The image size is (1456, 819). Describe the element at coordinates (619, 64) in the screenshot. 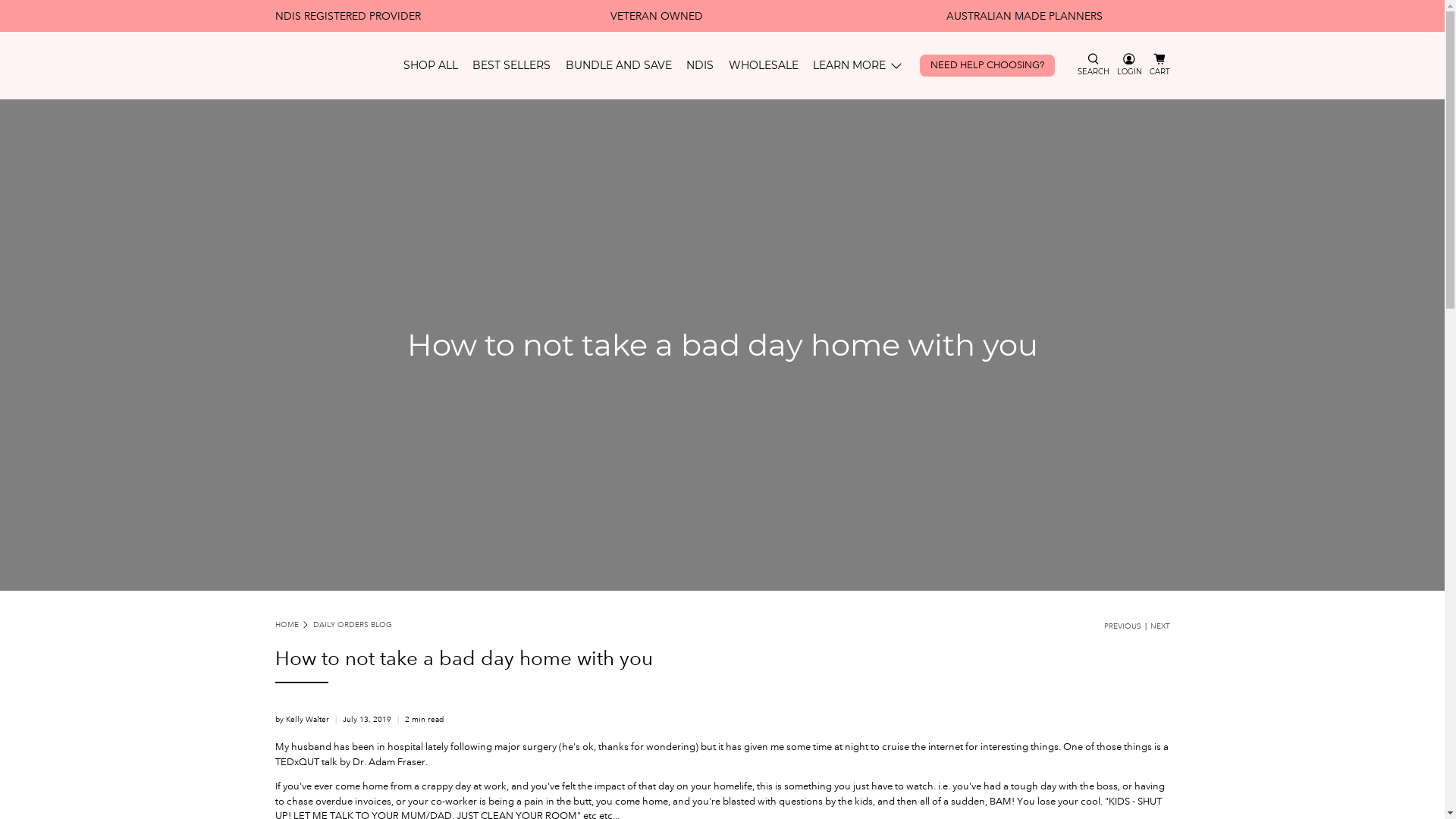

I see `'BUNDLE AND SAVE'` at that location.